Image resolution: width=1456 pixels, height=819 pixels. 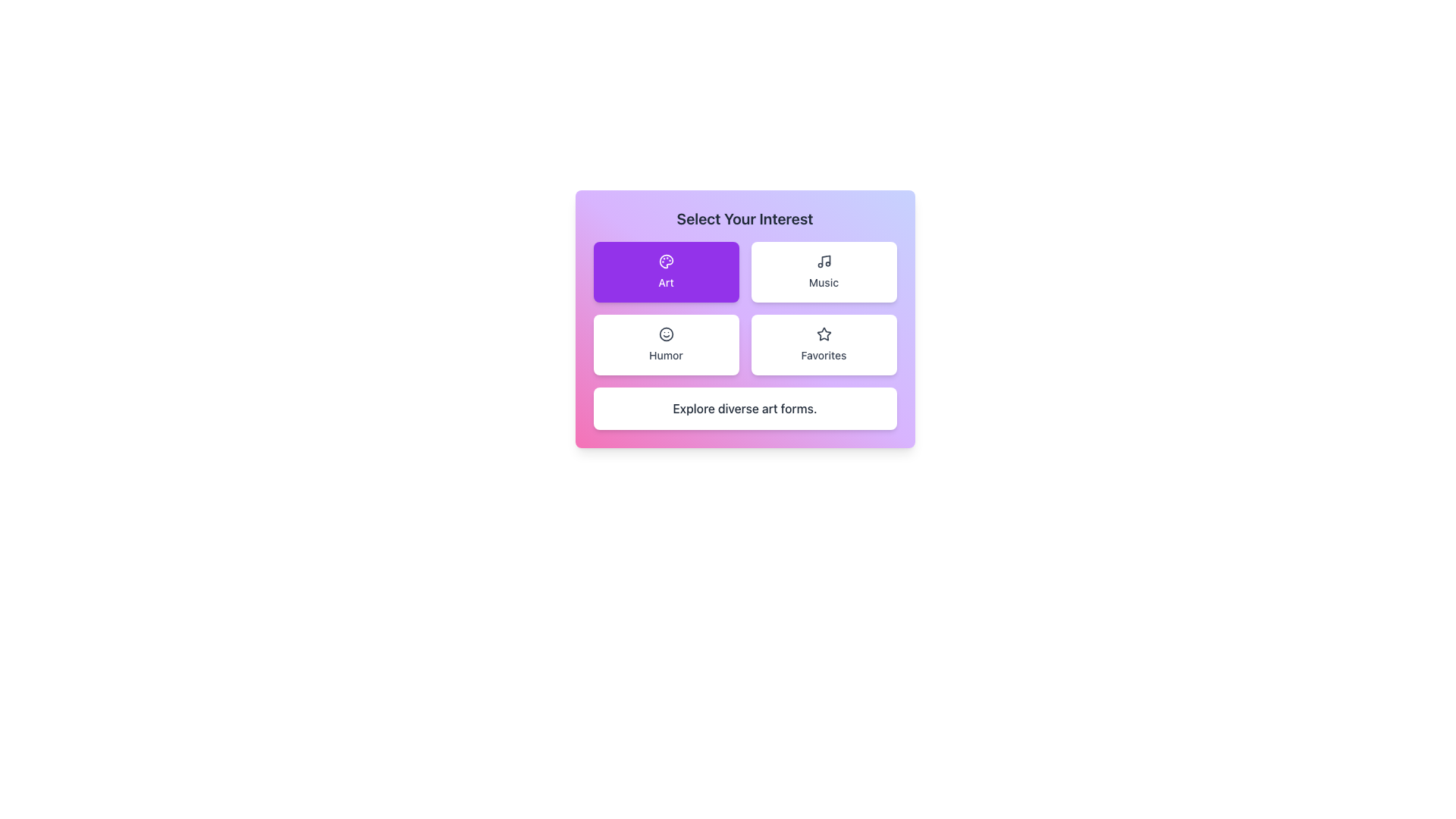 What do you see at coordinates (823, 356) in the screenshot?
I see `the label text describing user-favorited items located in the bottom-right quadrant of the grid, positioned underneath a star-shaped icon` at bounding box center [823, 356].